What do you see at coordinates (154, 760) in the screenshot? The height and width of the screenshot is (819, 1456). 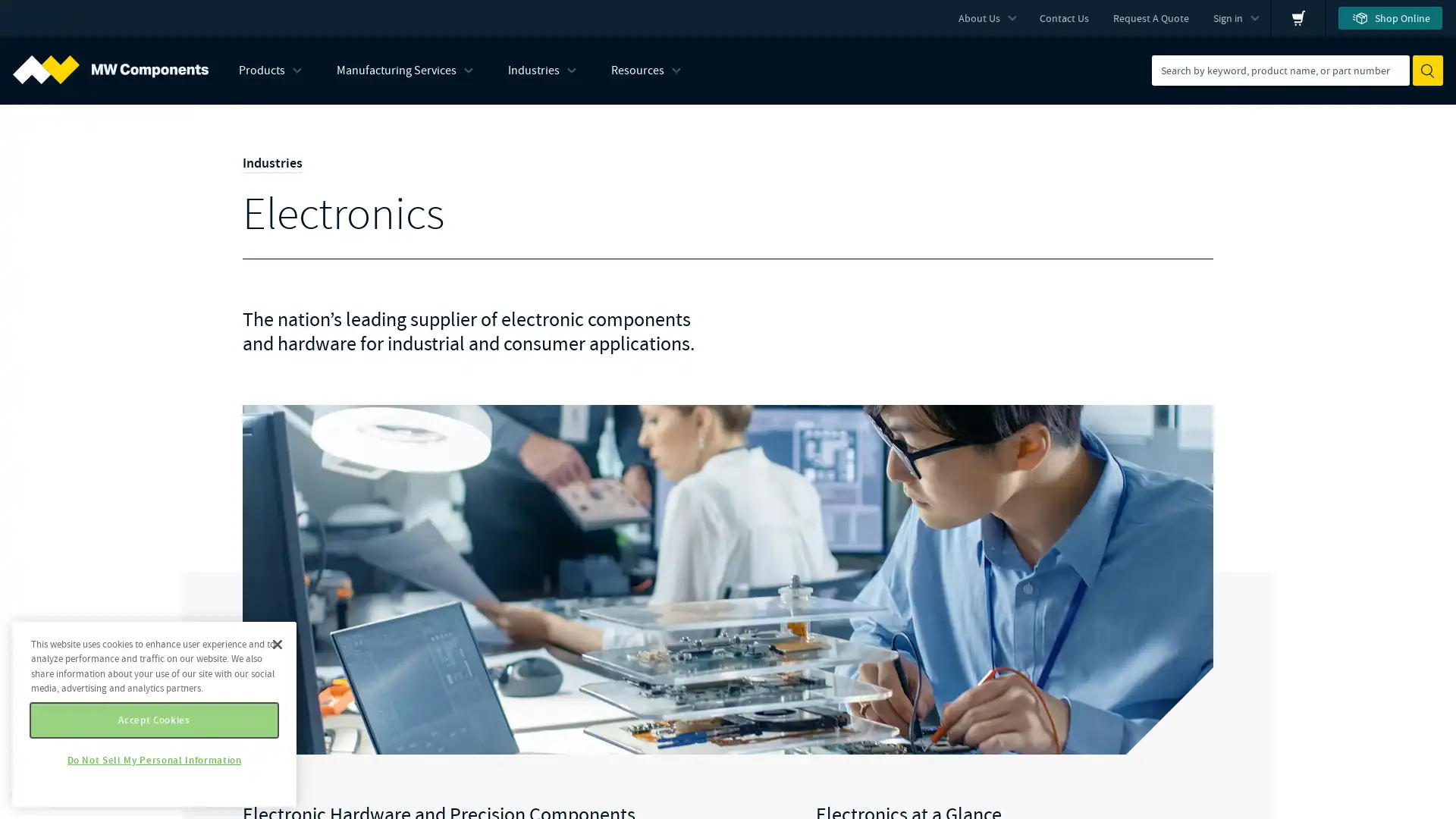 I see `Do Not Sell My Personal Information` at bounding box center [154, 760].